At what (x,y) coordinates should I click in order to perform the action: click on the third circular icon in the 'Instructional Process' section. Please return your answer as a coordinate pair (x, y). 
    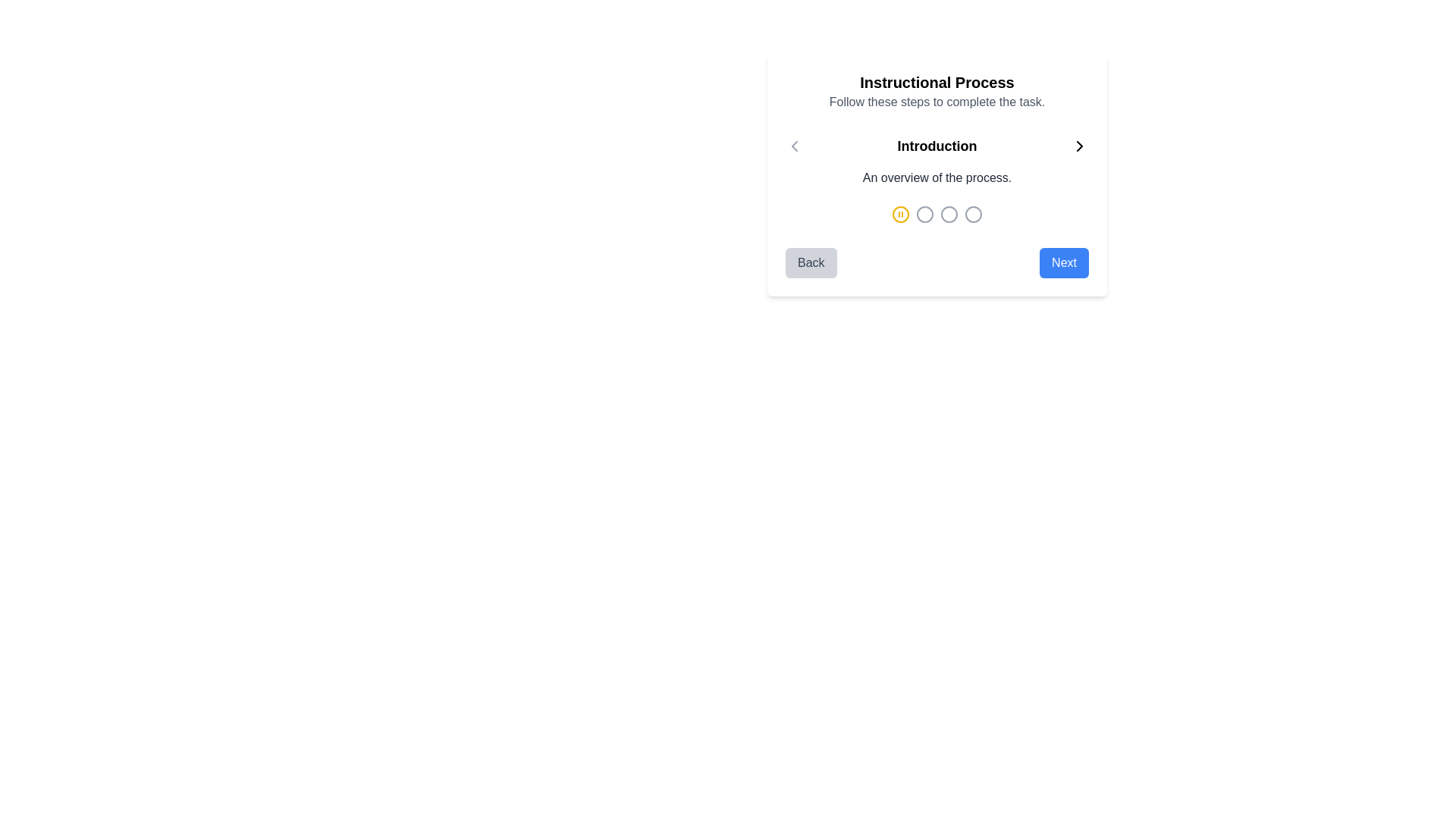
    Looking at the image, I should click on (949, 214).